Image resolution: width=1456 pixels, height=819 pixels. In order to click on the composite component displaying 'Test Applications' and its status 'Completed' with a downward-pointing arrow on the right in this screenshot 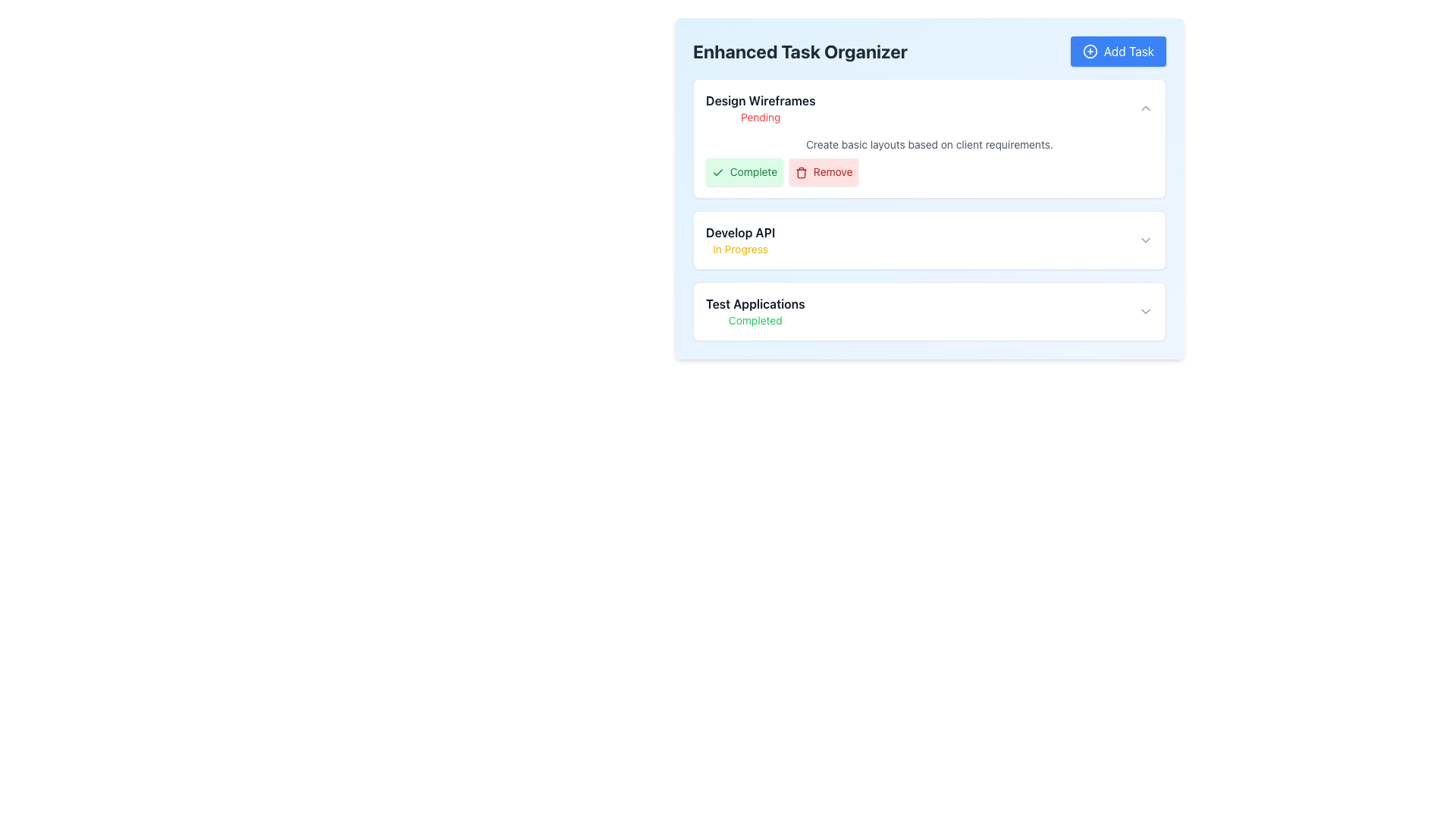, I will do `click(928, 311)`.